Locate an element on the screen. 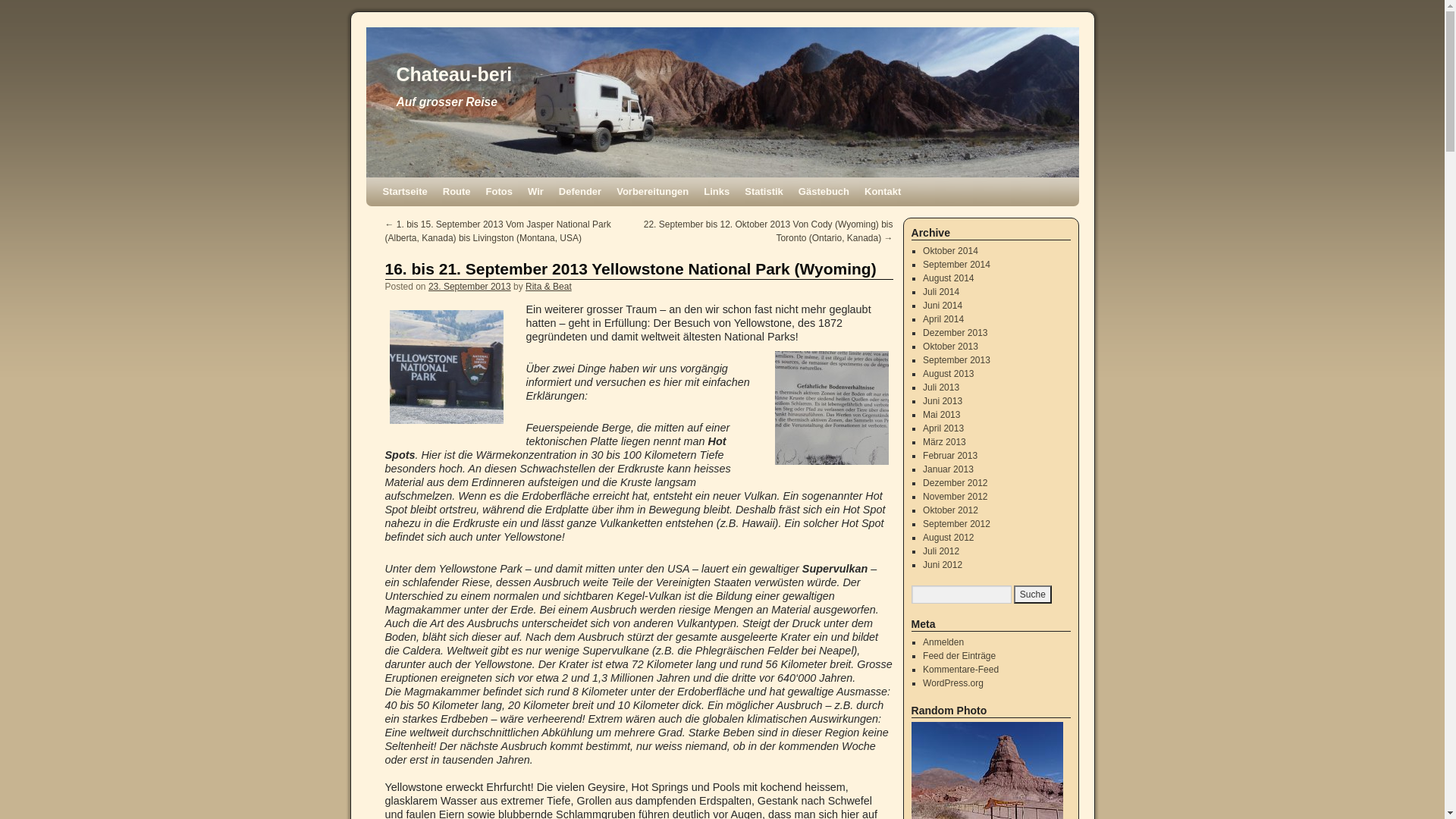  'Fotos' is located at coordinates (499, 191).